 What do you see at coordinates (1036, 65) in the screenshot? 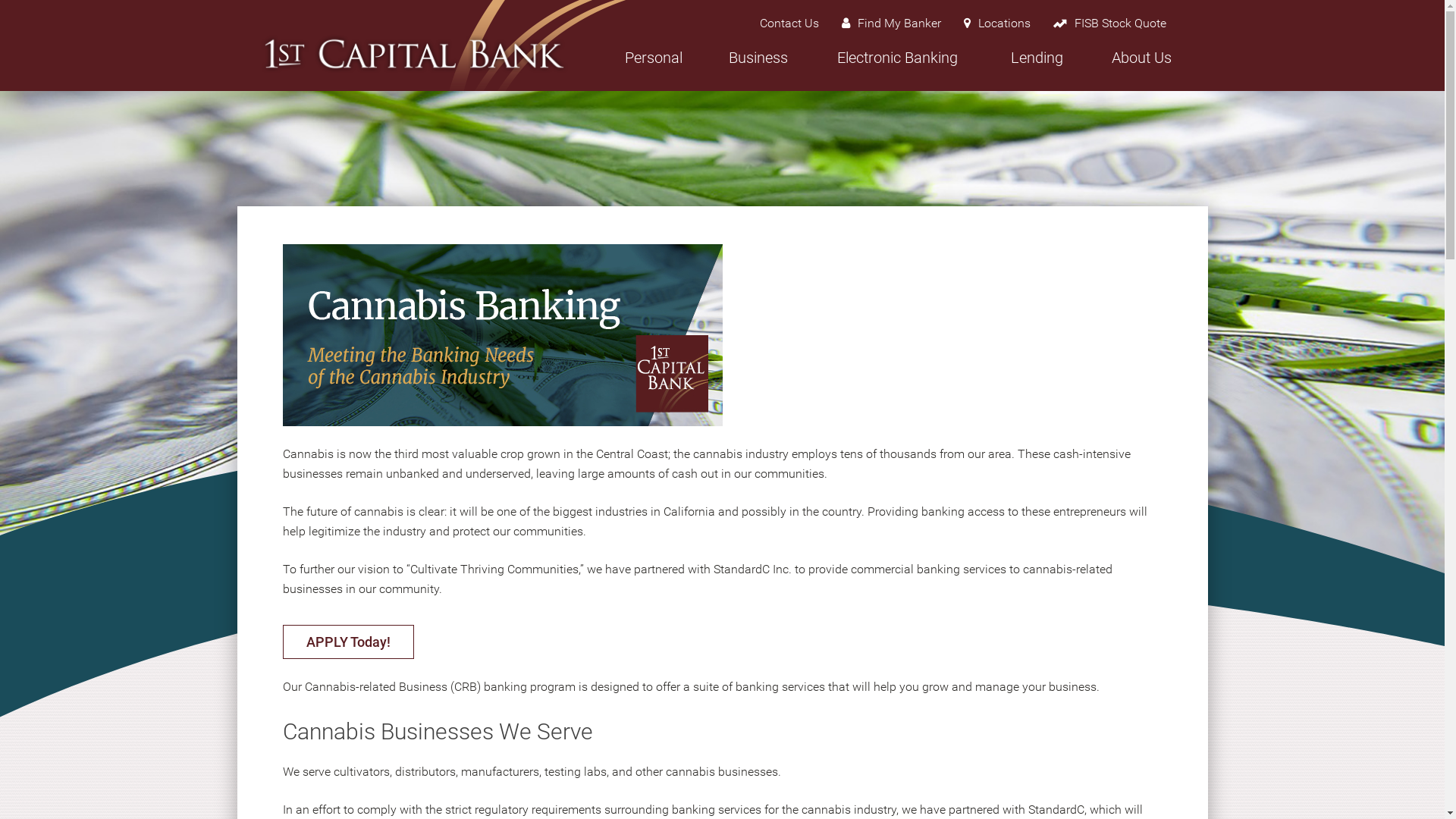
I see `'Lending'` at bounding box center [1036, 65].